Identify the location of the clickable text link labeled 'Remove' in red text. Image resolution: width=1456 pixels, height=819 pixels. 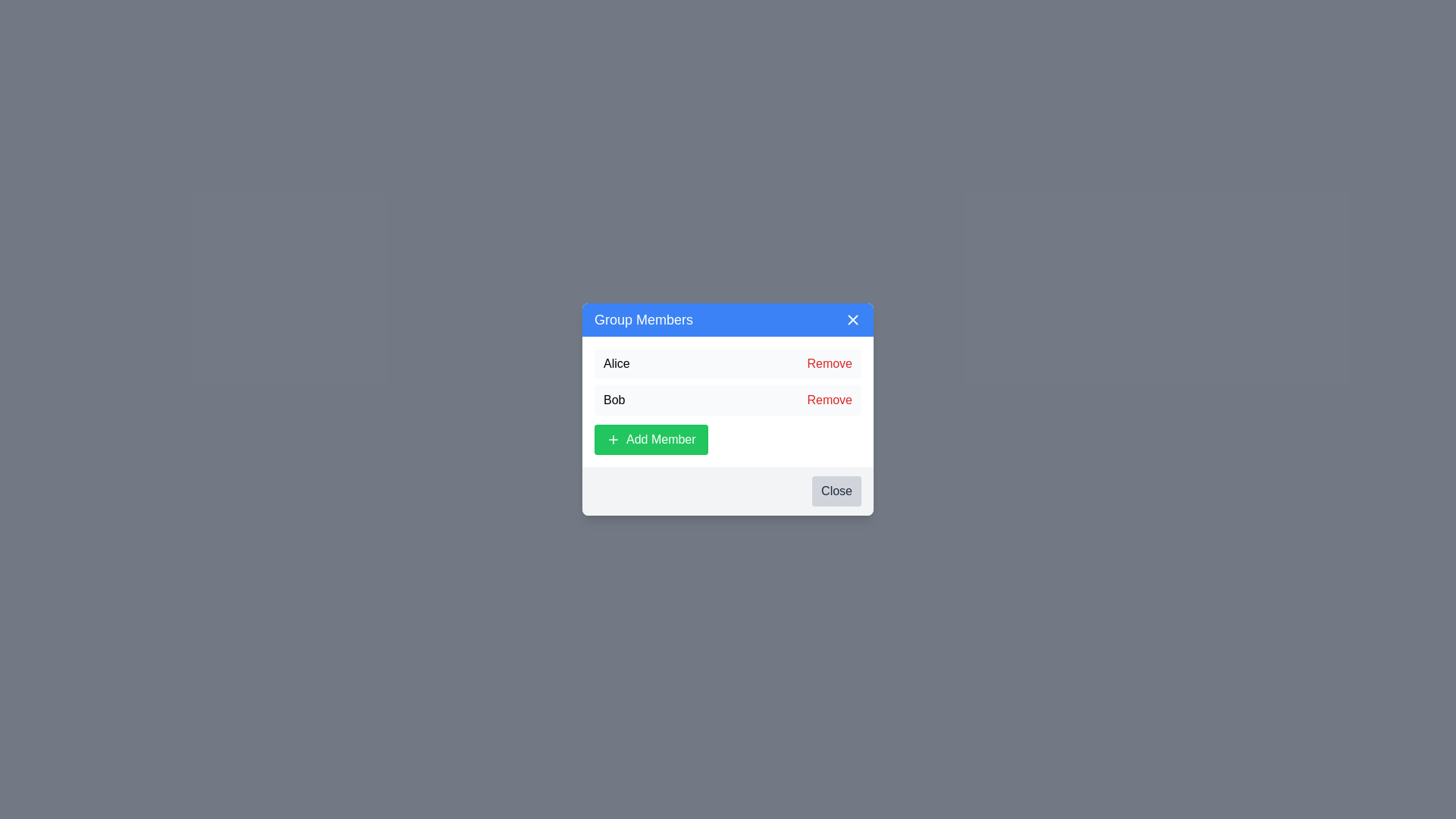
(829, 363).